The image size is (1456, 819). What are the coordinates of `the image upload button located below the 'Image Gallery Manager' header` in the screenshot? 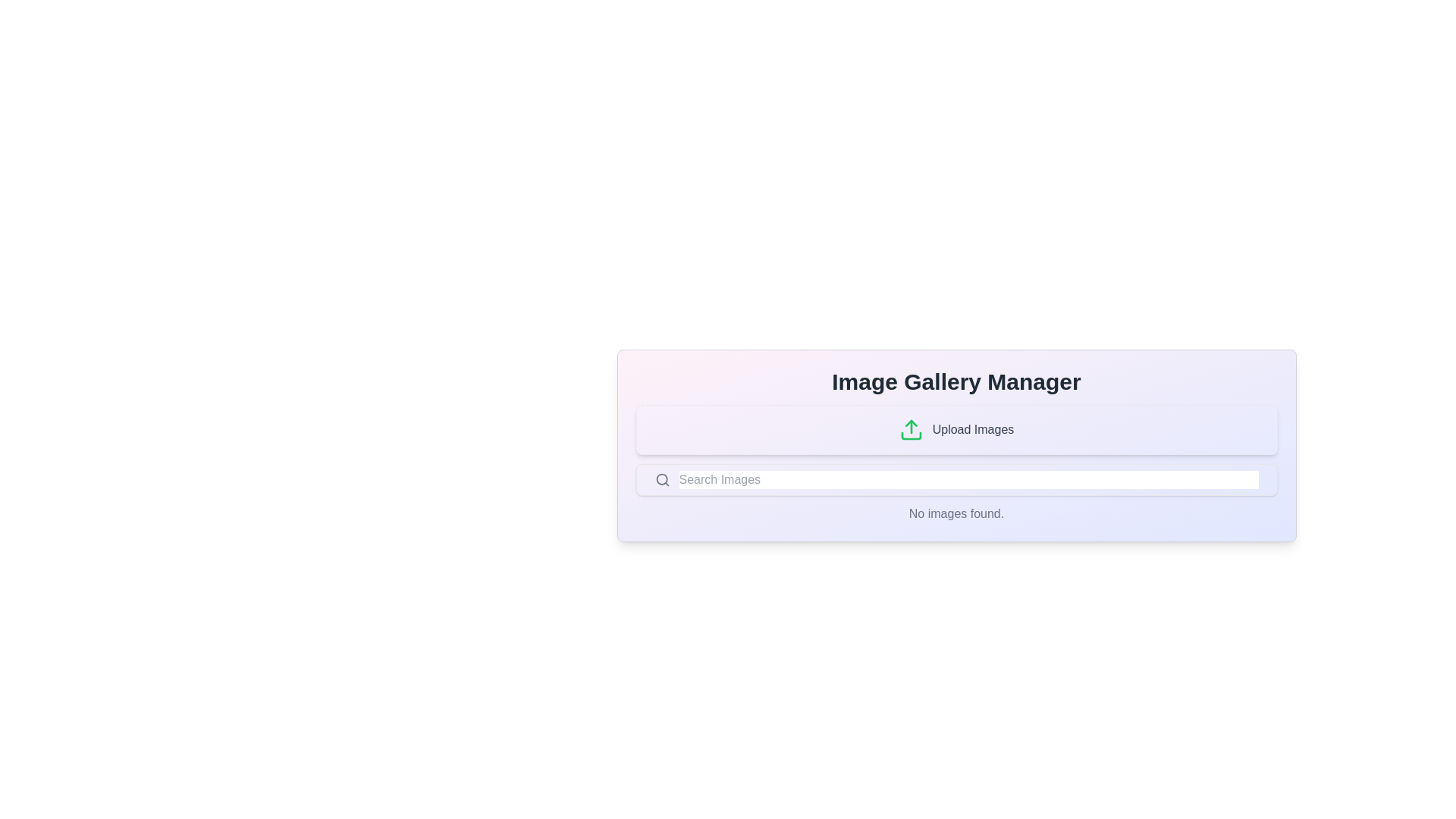 It's located at (955, 430).